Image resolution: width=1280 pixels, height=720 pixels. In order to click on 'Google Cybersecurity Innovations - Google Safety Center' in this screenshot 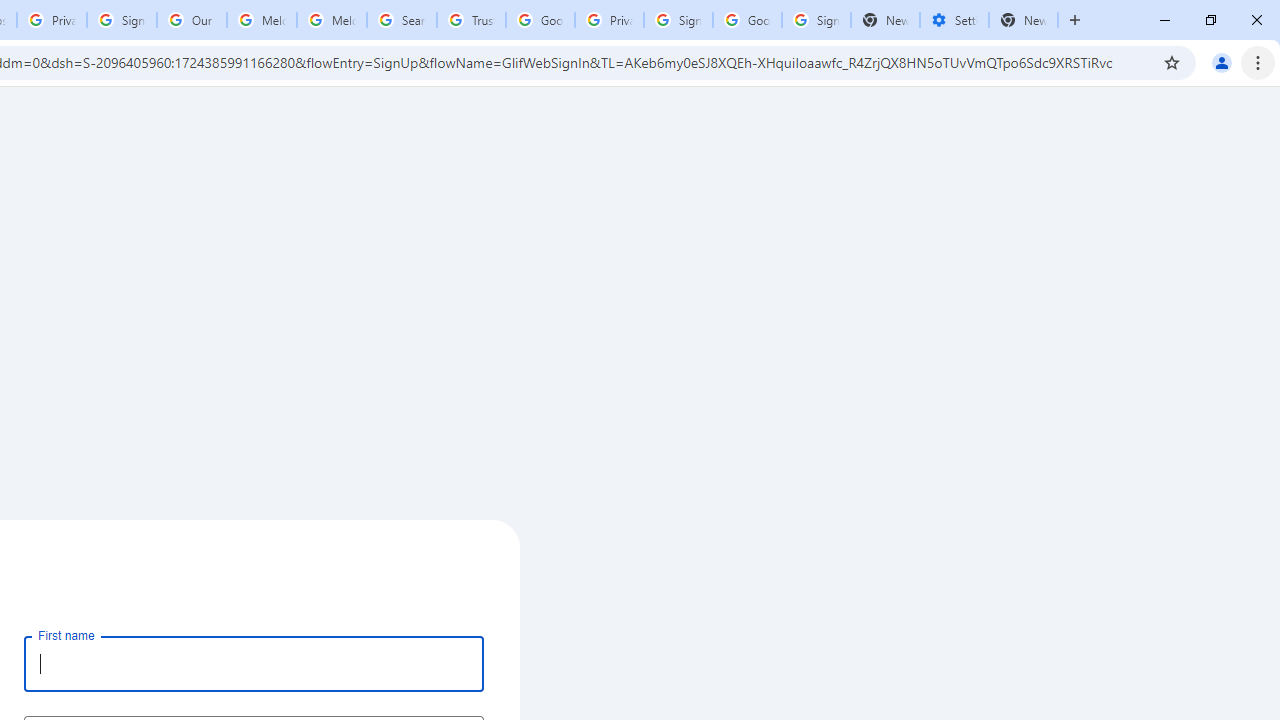, I will do `click(746, 20)`.